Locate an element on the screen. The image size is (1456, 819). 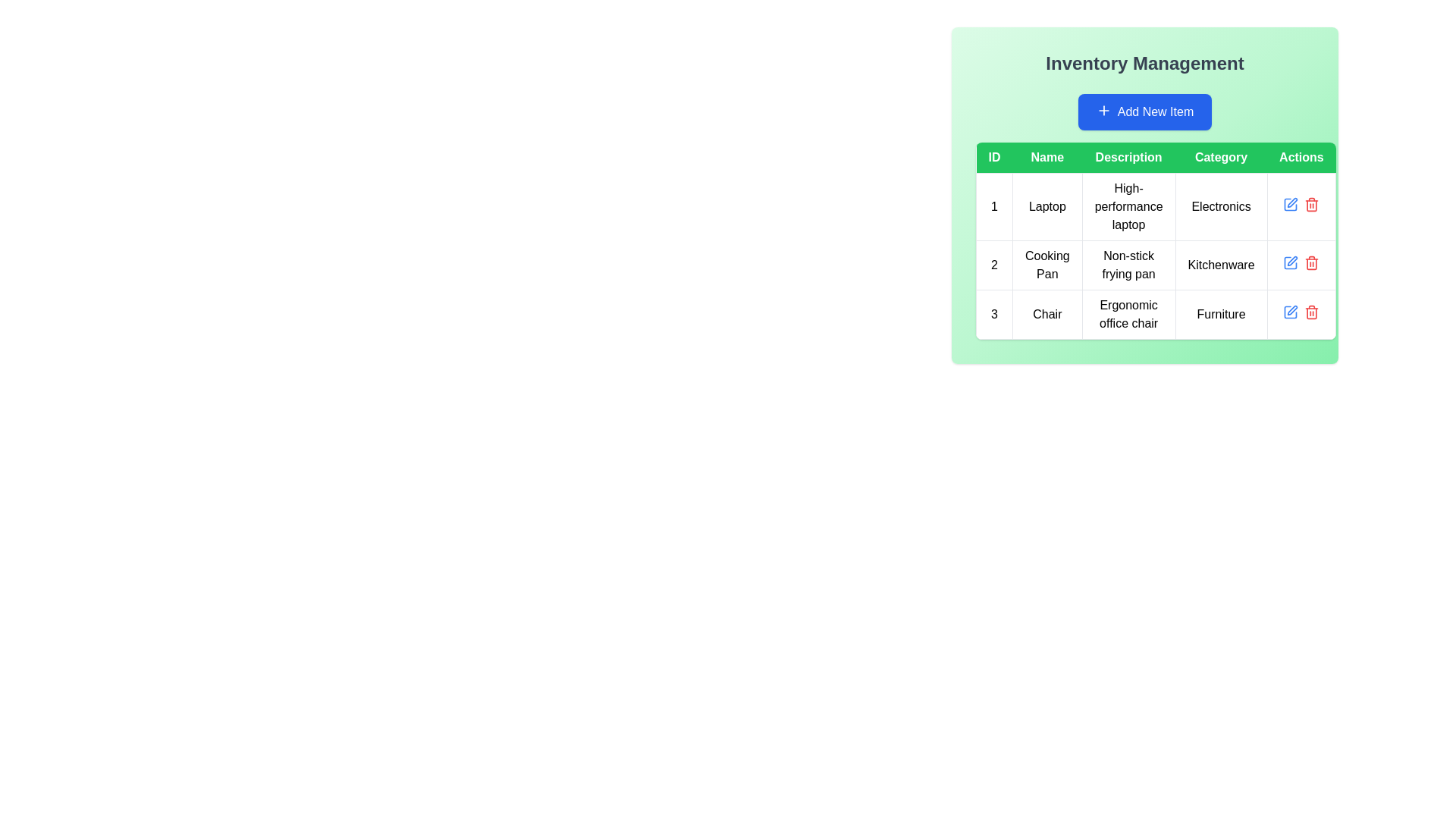
the icon located in the 'Actions' column, third row of the grid layout, which represents a symbolic action for user interaction is located at coordinates (1290, 203).